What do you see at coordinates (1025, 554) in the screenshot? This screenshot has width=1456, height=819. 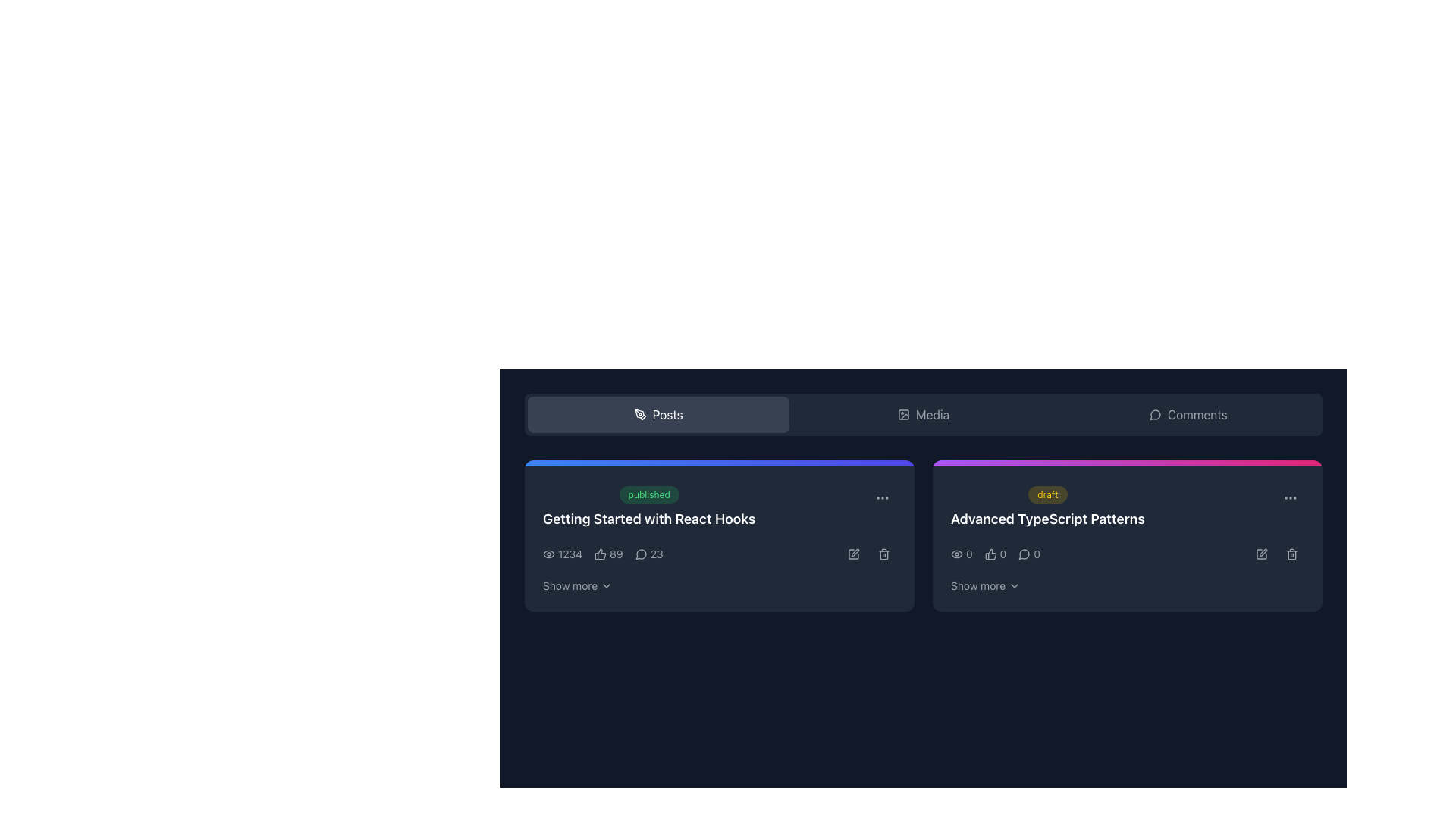 I see `the message or comment bubble icon located in the bottom-right card of the 'Advanced TypeScript Patterns' section, positioned to the left of the numeric indicator showing '0'` at bounding box center [1025, 554].